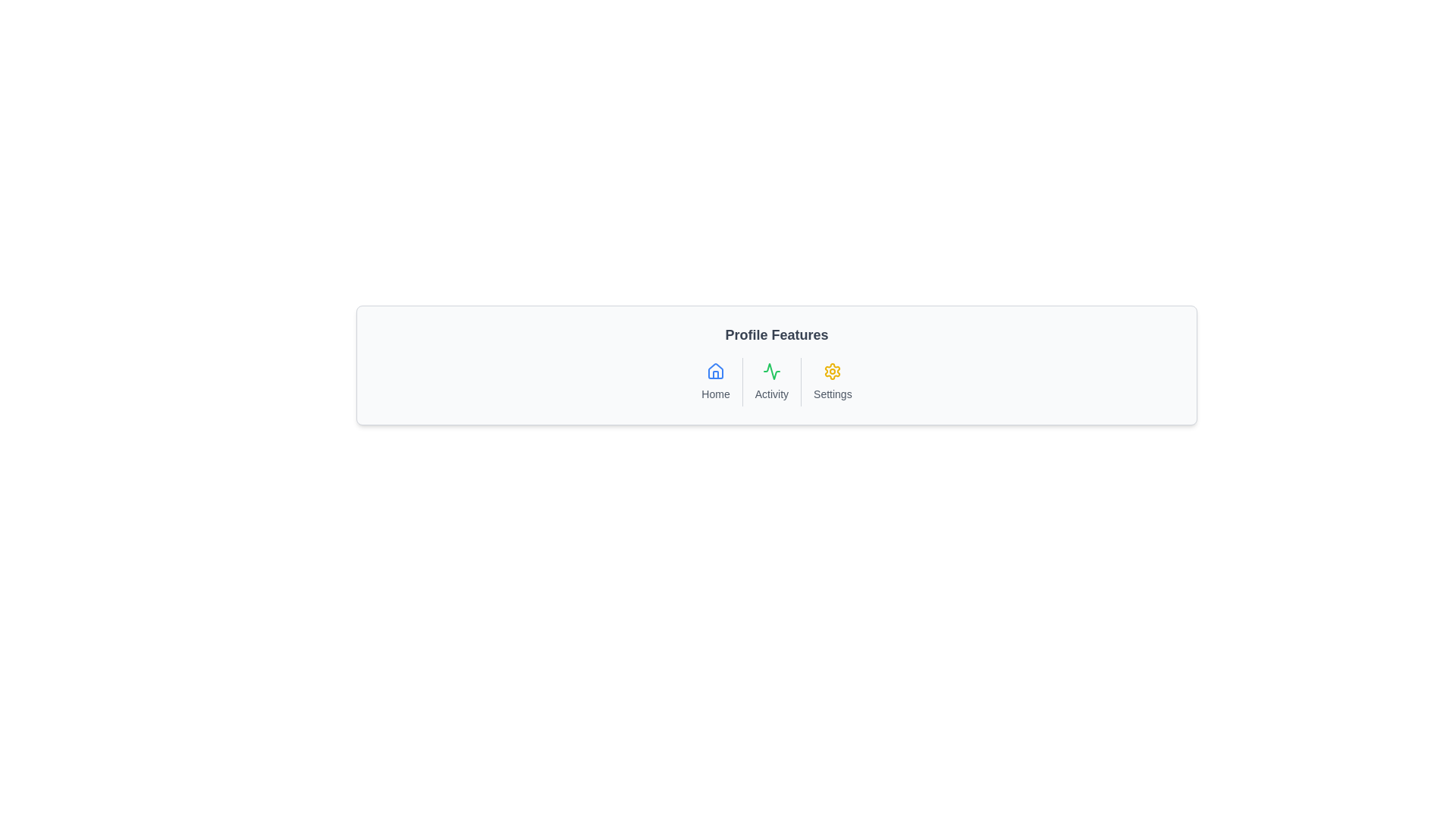  What do you see at coordinates (715, 381) in the screenshot?
I see `the navigation button labeled 'Home', which features a house icon in a blue outline and small gray text underneath` at bounding box center [715, 381].